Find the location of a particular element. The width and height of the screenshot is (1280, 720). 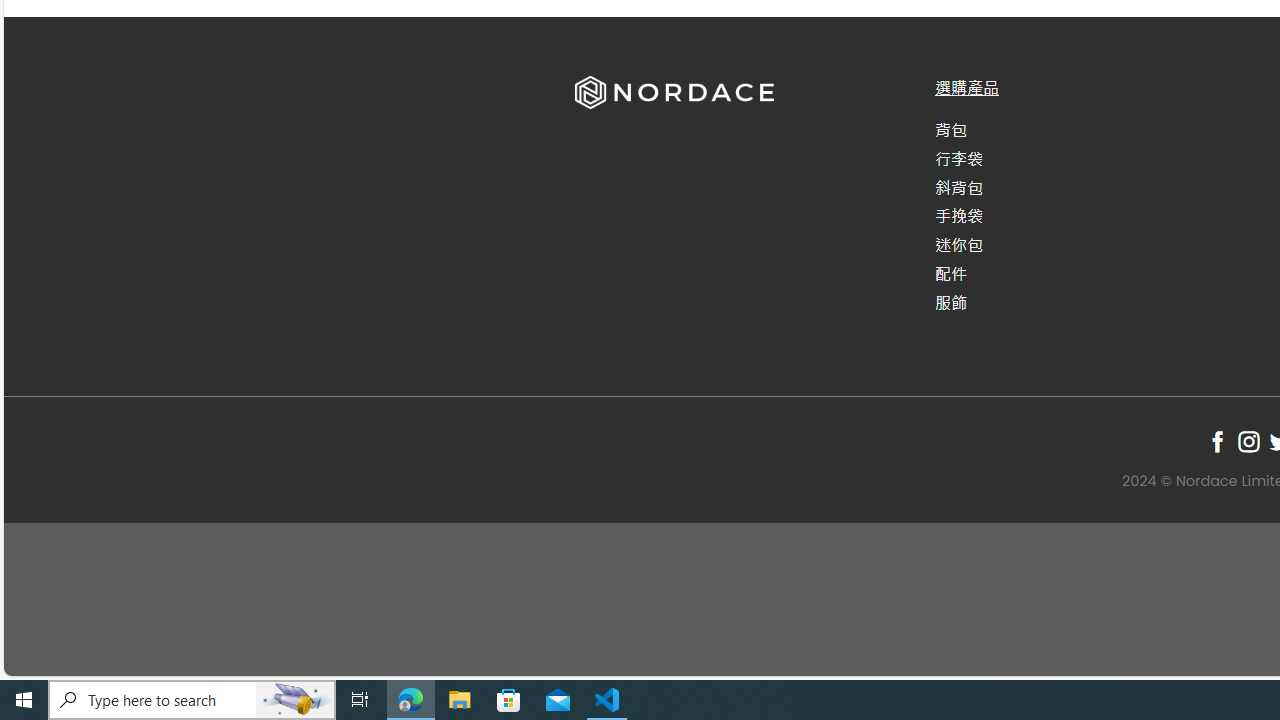

'Follow on Facebook' is located at coordinates (1216, 440).